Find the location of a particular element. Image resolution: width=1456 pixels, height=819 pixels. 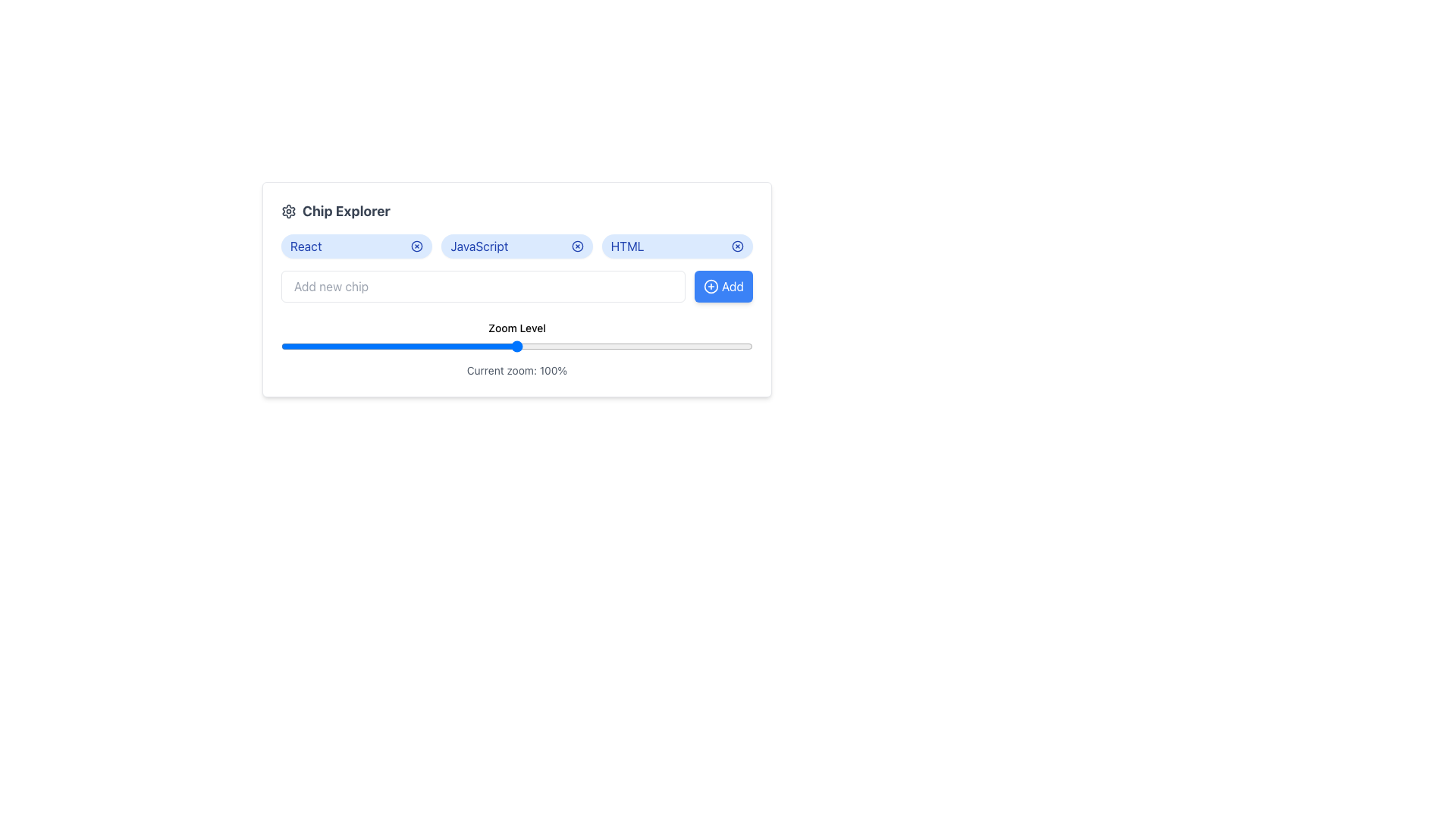

the small circular icon button with a cross design inside it, which is located to the right of the 'React' text in a pill-shaped label is located at coordinates (417, 245).